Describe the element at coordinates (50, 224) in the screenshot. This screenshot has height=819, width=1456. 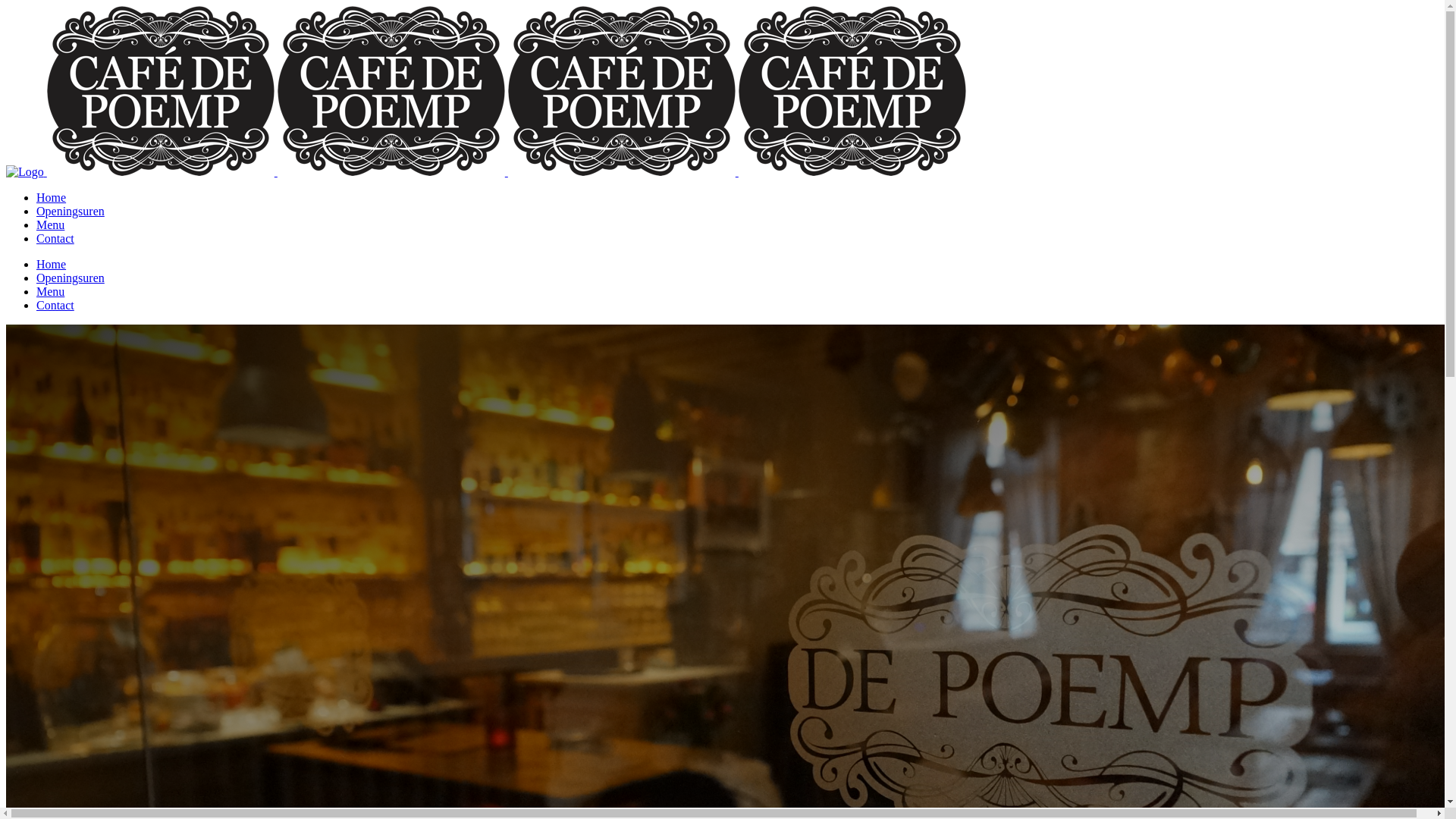
I see `'Menu'` at that location.